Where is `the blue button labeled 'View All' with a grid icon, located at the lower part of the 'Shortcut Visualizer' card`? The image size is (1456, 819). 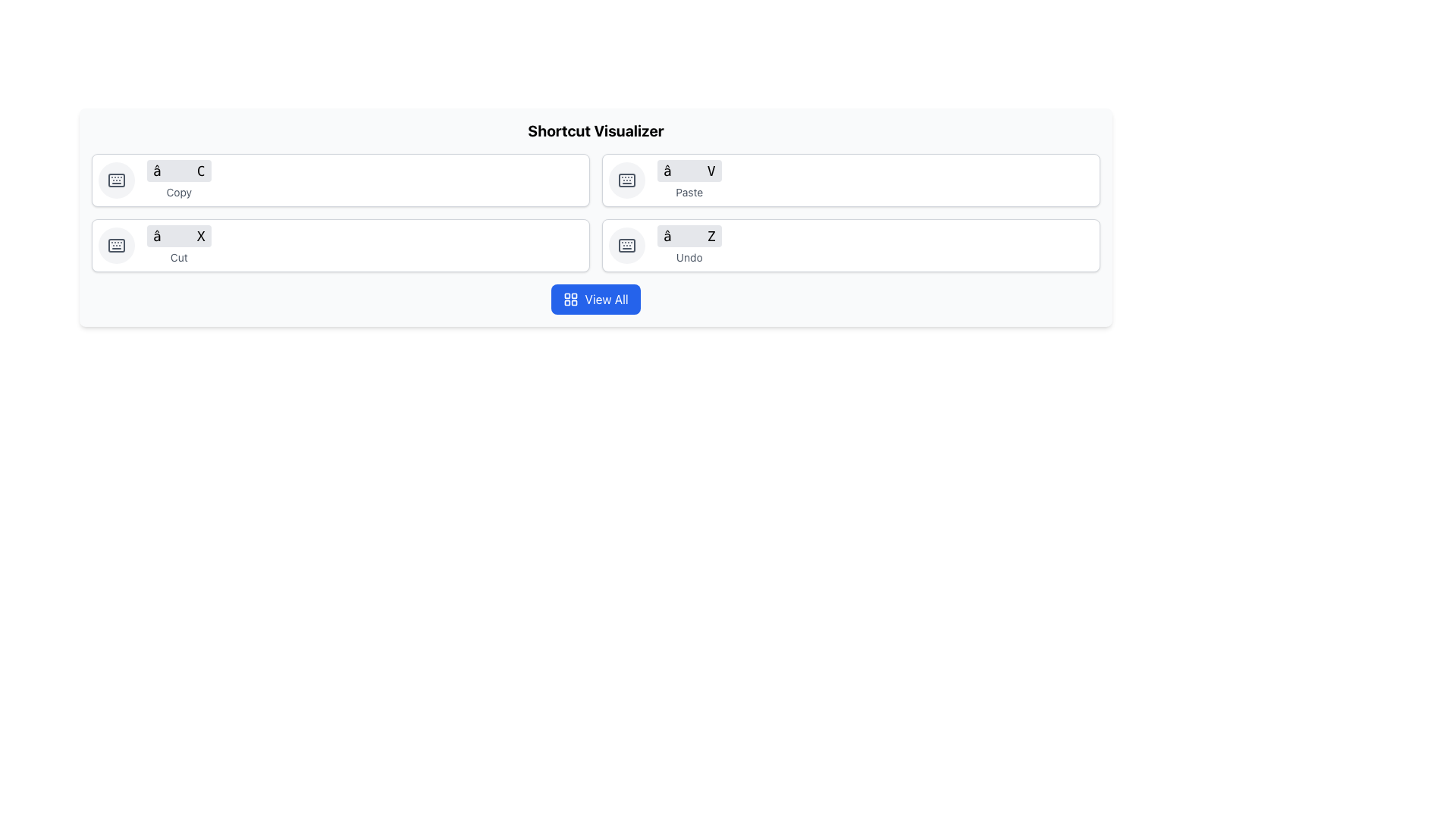 the blue button labeled 'View All' with a grid icon, located at the lower part of the 'Shortcut Visualizer' card is located at coordinates (595, 299).